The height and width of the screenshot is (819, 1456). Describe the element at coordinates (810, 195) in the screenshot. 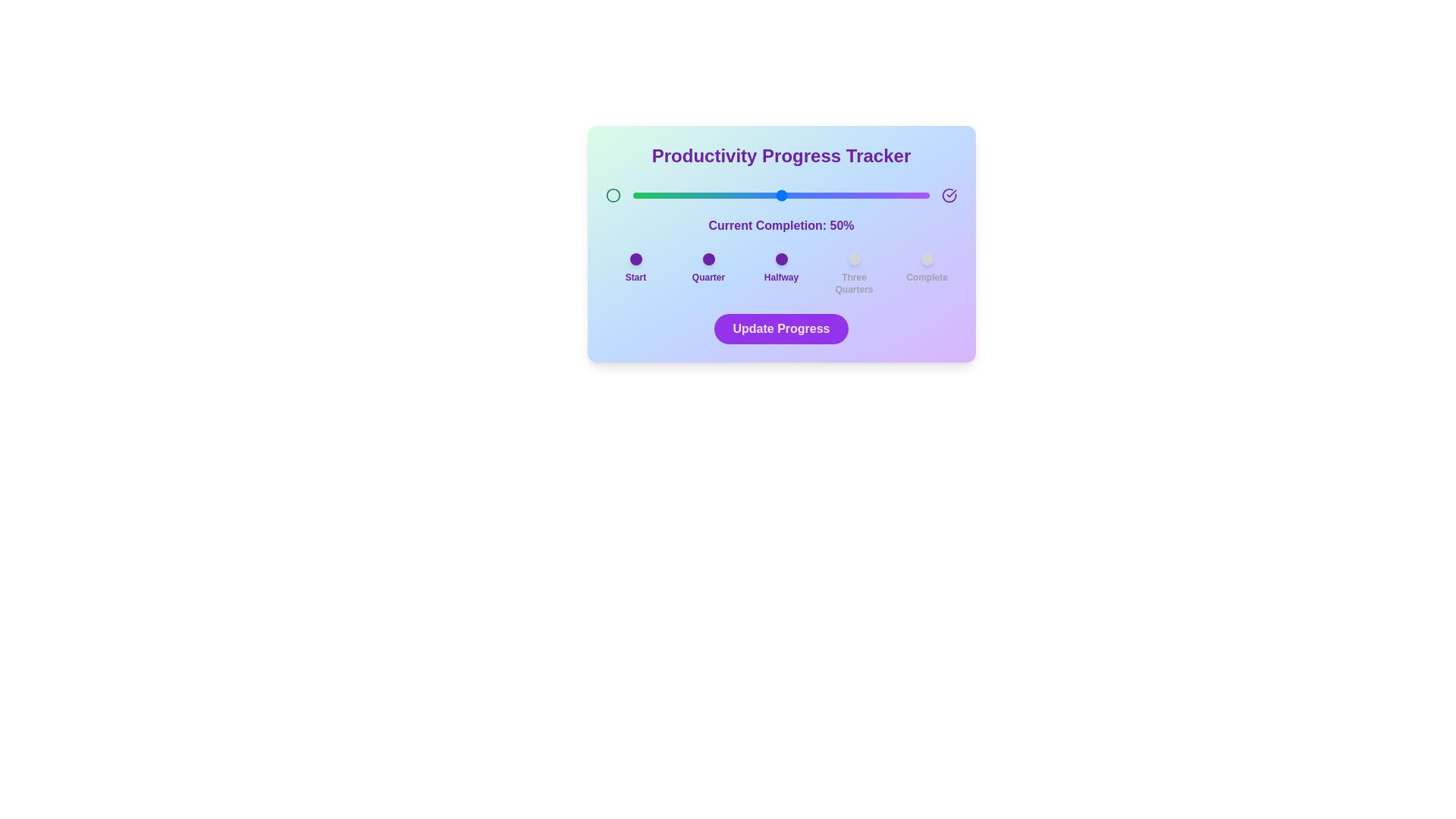

I see `the progress slider to 60%` at that location.